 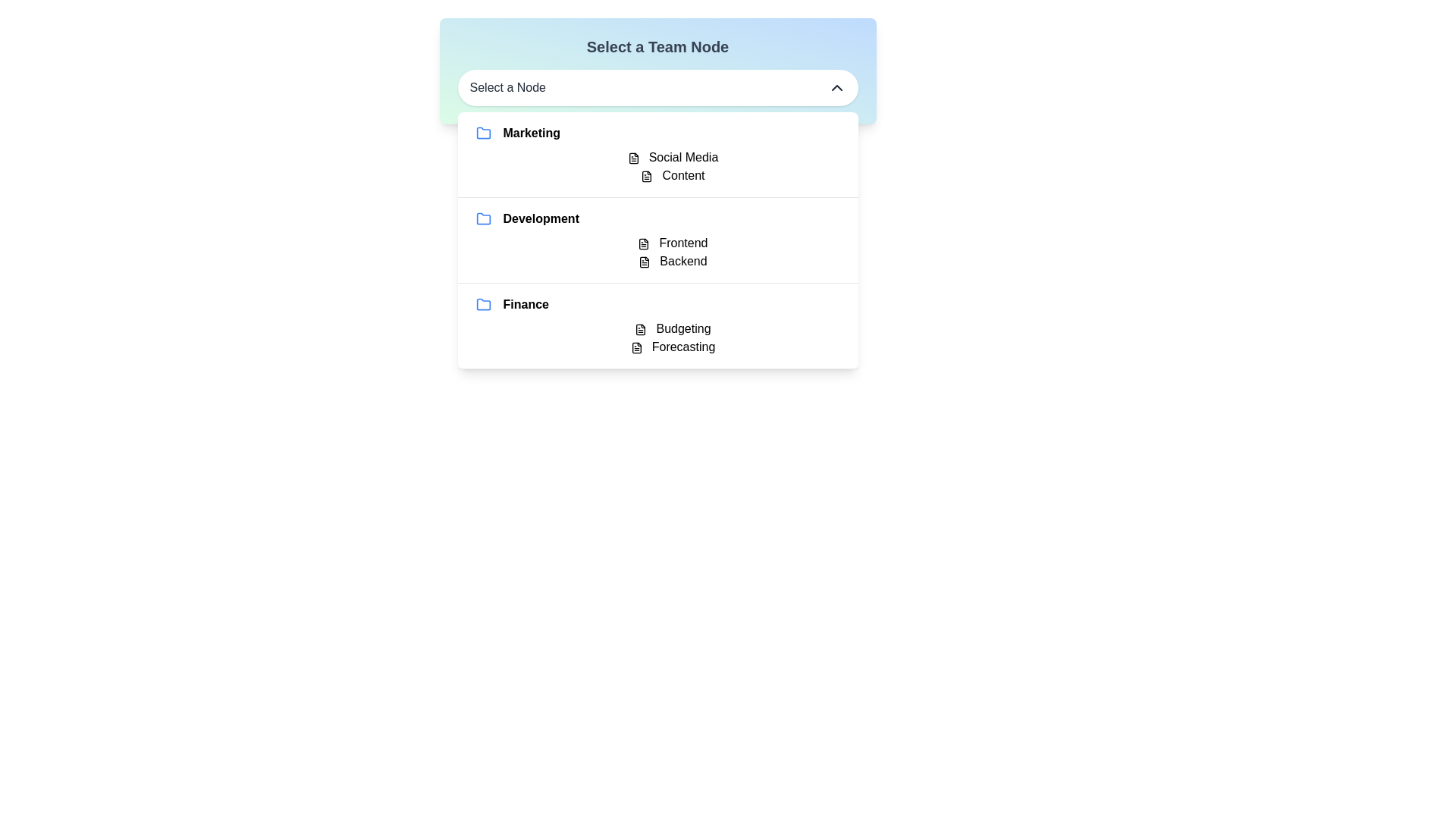 I want to click on the folder icon located to the left of the 'Finance' text label, so click(x=482, y=304).